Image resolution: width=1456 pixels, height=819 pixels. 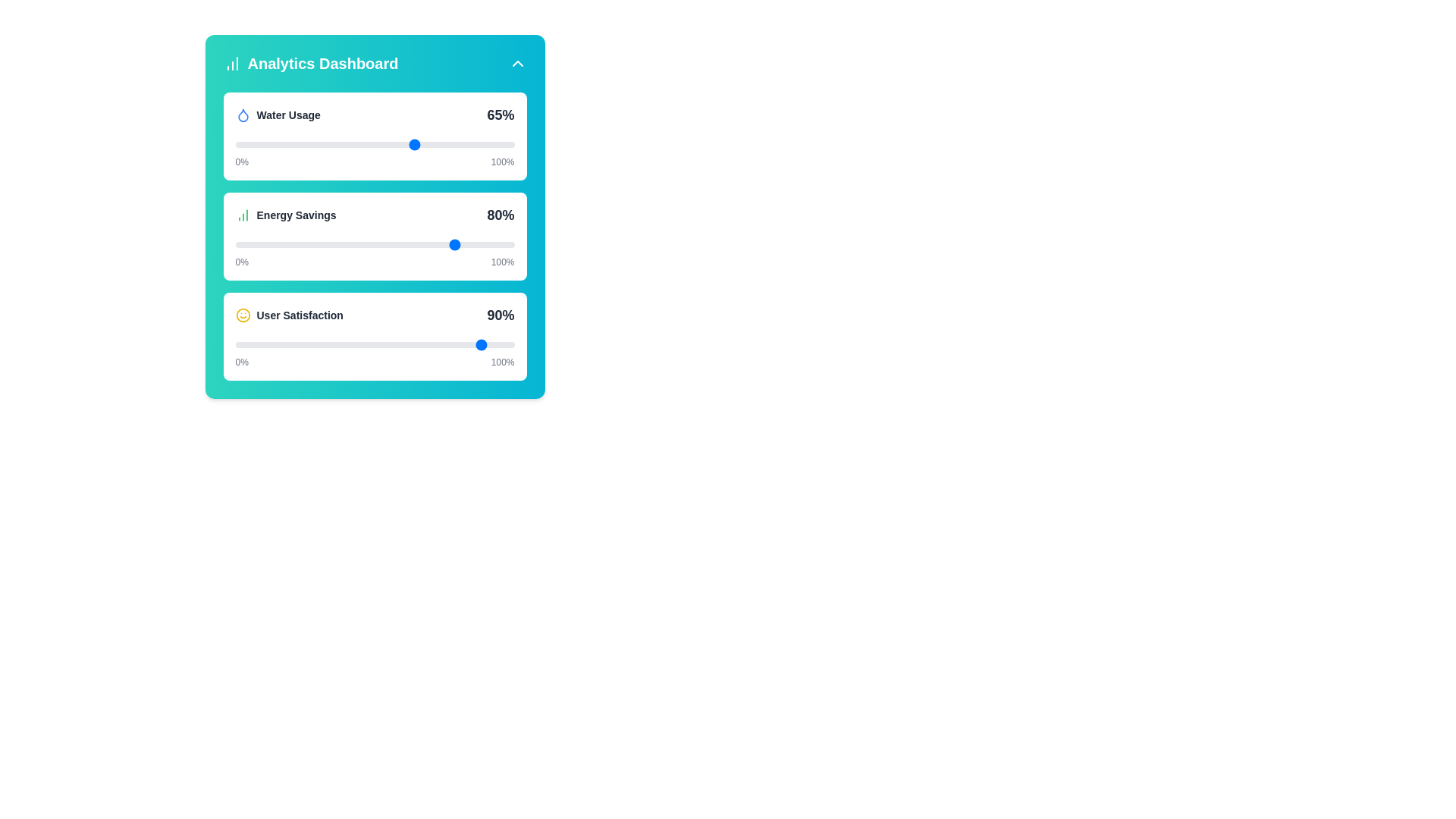 What do you see at coordinates (425, 145) in the screenshot?
I see `the water usage slider` at bounding box center [425, 145].